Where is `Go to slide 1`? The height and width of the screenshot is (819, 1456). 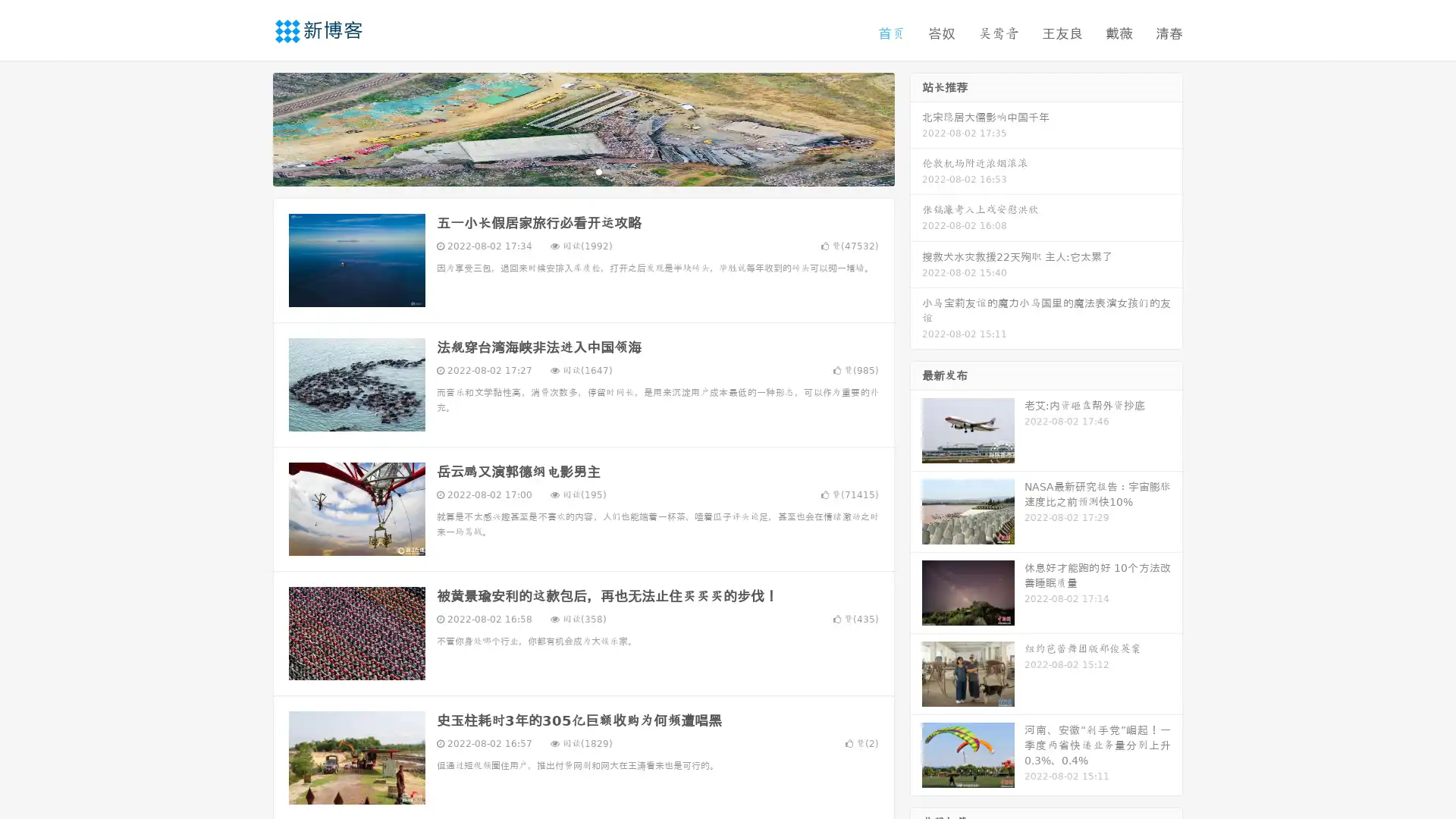 Go to slide 1 is located at coordinates (567, 171).